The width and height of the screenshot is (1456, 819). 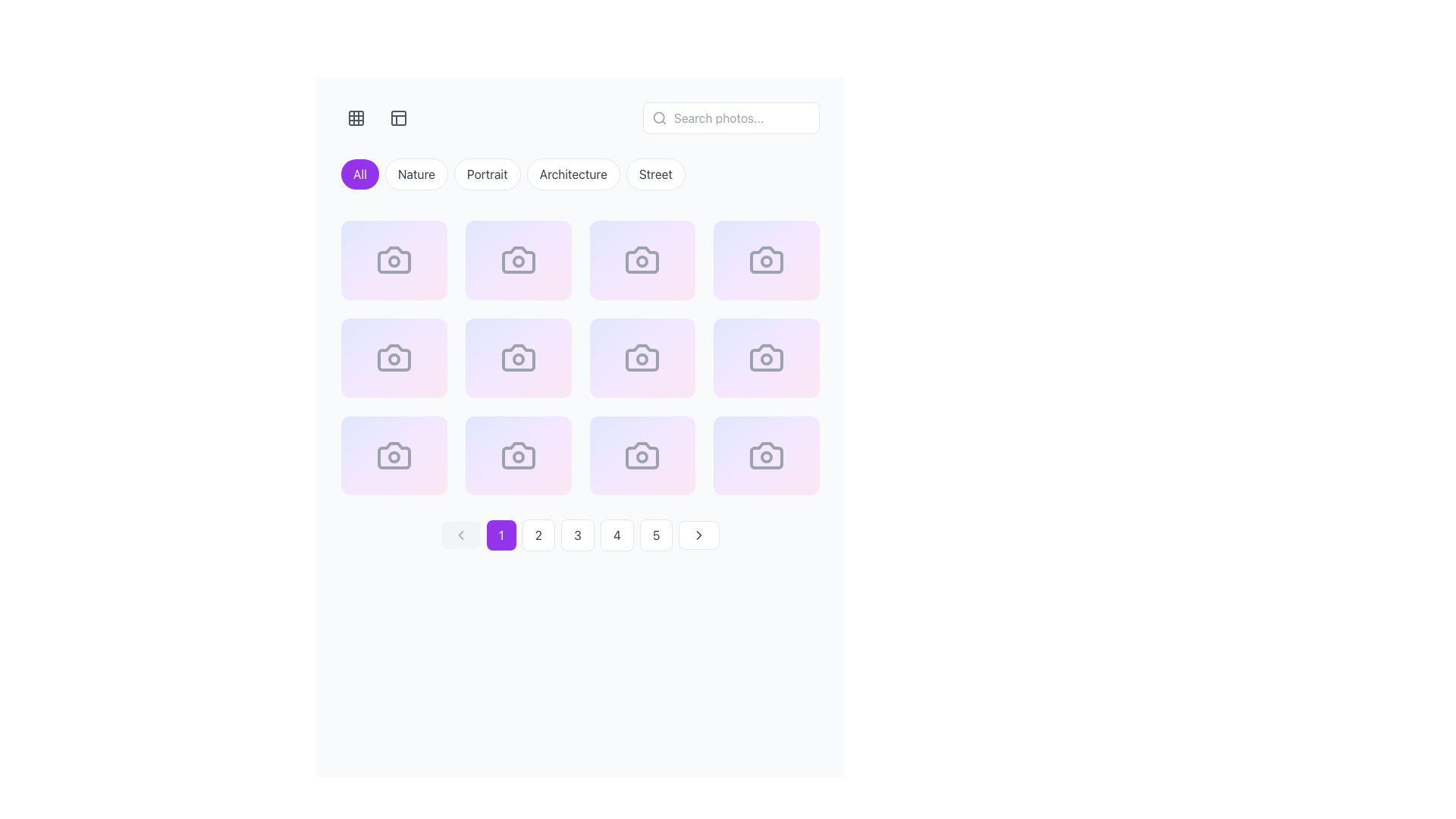 What do you see at coordinates (579, 177) in the screenshot?
I see `the 'Architecture' button, which is the fourth button in a horizontal group of category buttons, to apply the filter` at bounding box center [579, 177].